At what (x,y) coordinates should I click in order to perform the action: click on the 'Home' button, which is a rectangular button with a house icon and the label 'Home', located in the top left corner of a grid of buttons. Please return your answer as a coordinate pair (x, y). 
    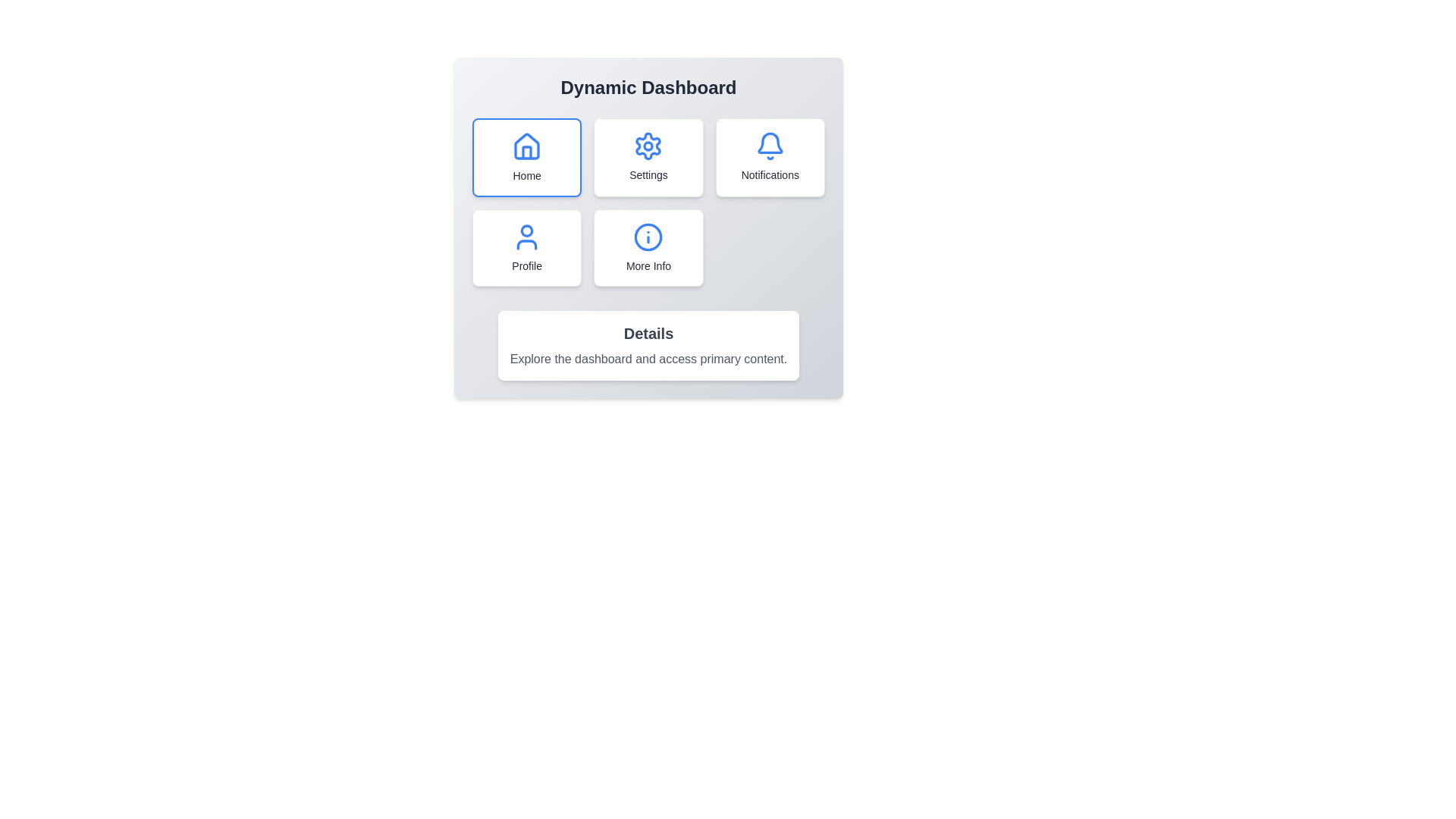
    Looking at the image, I should click on (527, 158).